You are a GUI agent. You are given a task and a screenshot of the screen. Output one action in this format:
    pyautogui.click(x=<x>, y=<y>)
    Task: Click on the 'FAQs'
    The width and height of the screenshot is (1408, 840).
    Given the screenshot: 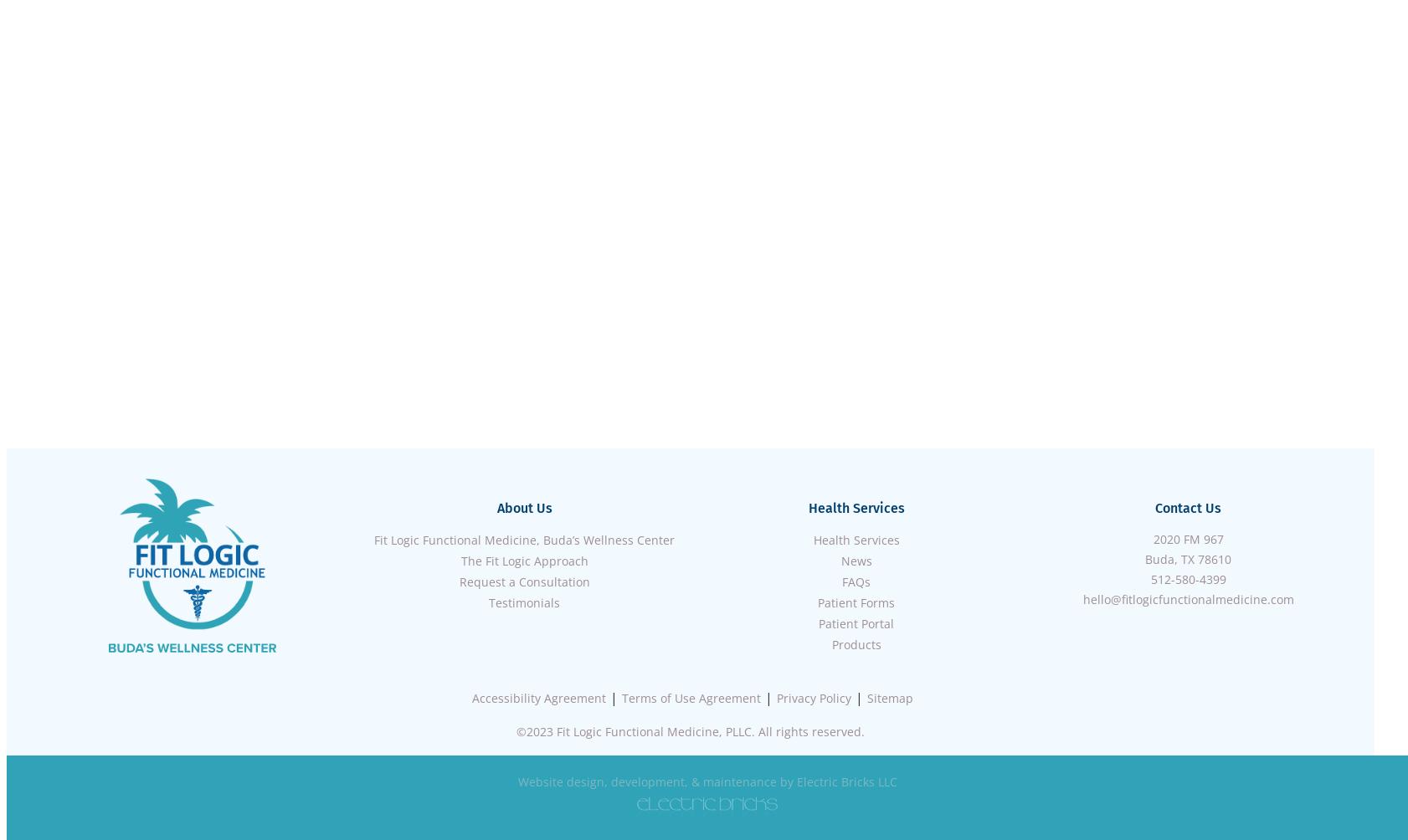 What is the action you would take?
    pyautogui.click(x=855, y=581)
    